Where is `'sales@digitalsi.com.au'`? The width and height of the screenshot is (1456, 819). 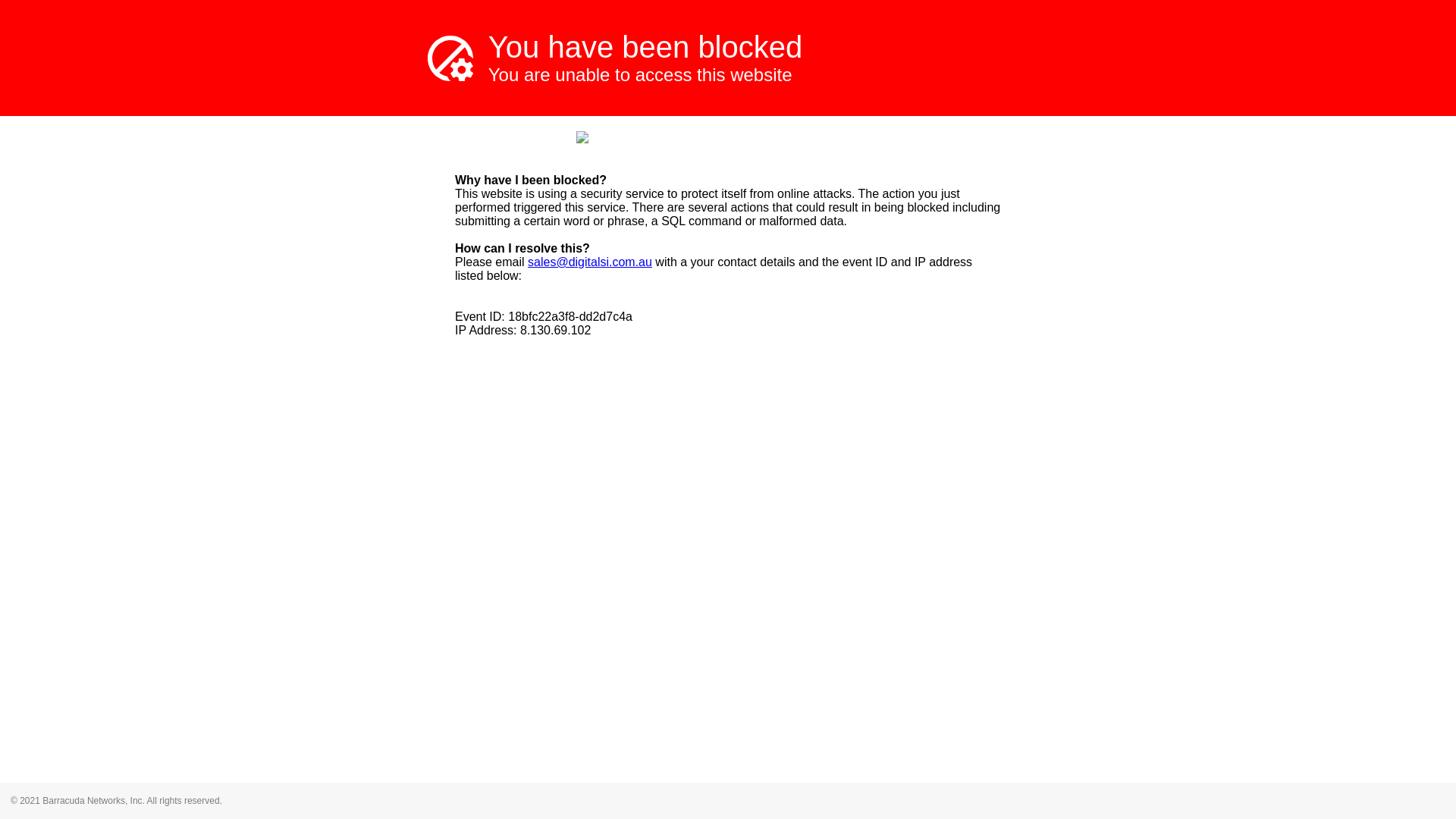
'sales@digitalsi.com.au' is located at coordinates (588, 261).